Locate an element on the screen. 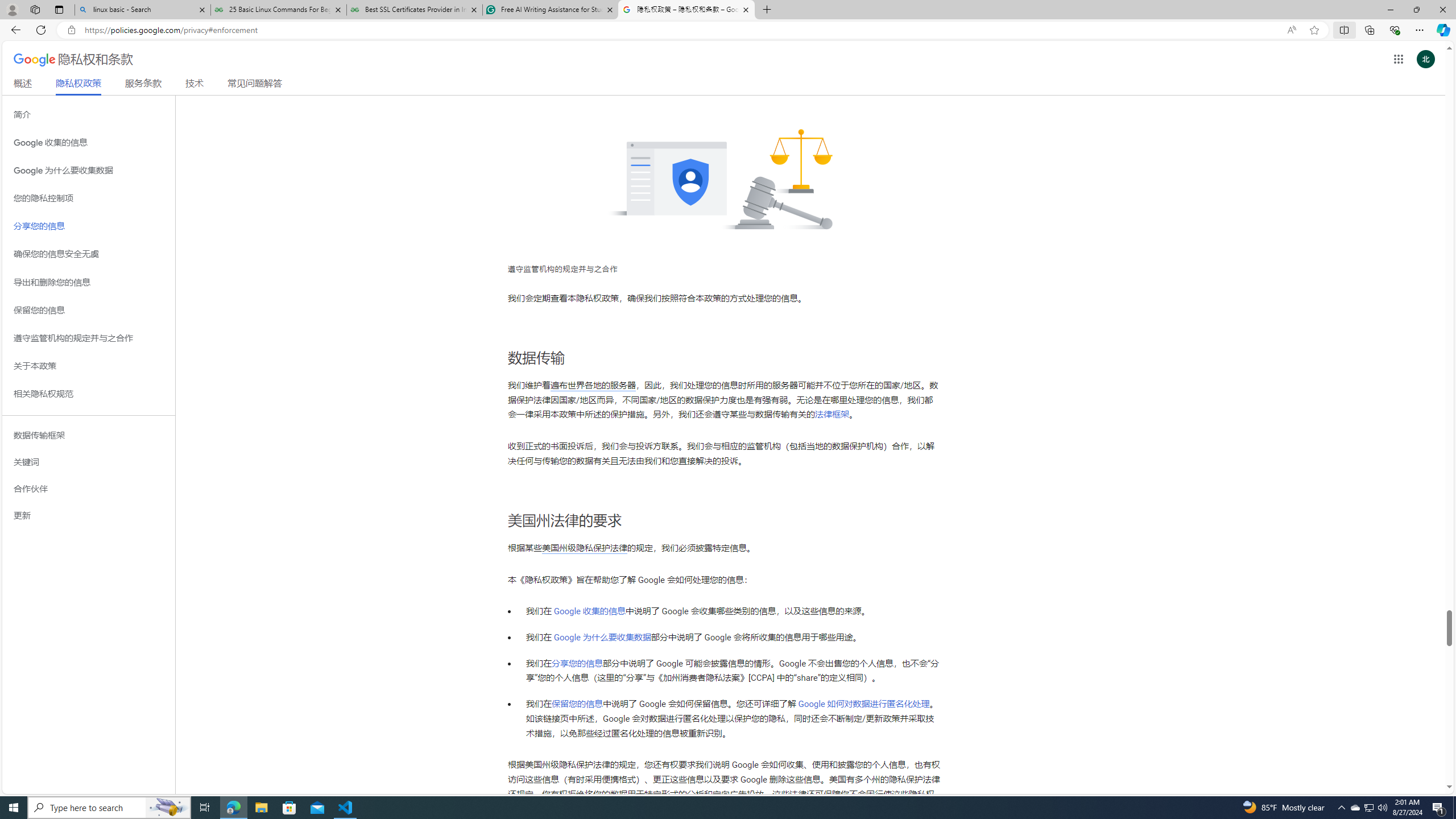  'Free AI Writing Assistance for Students | Grammarly' is located at coordinates (549, 9).